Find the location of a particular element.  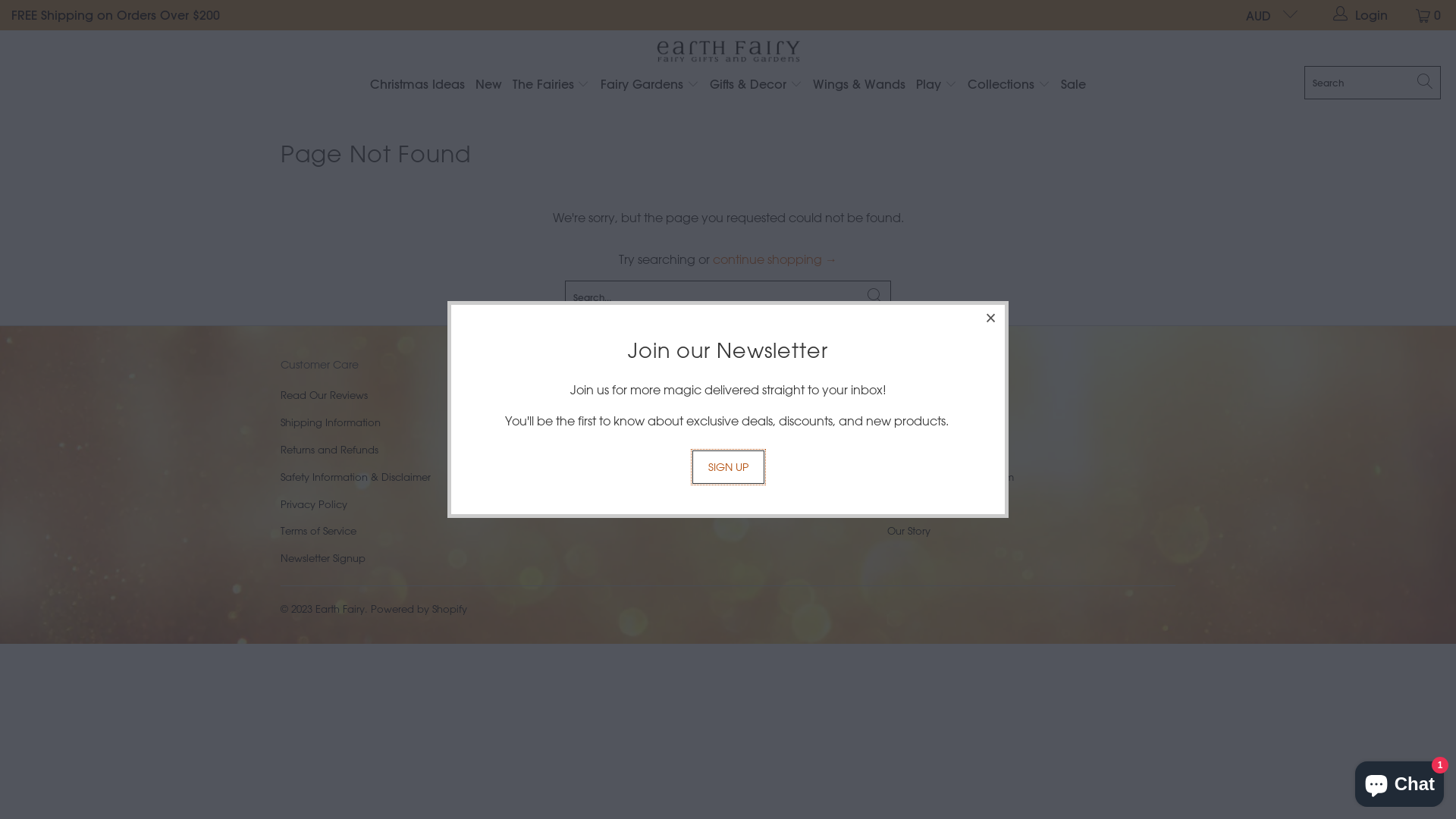

'Earth Fairy' is located at coordinates (726, 51).